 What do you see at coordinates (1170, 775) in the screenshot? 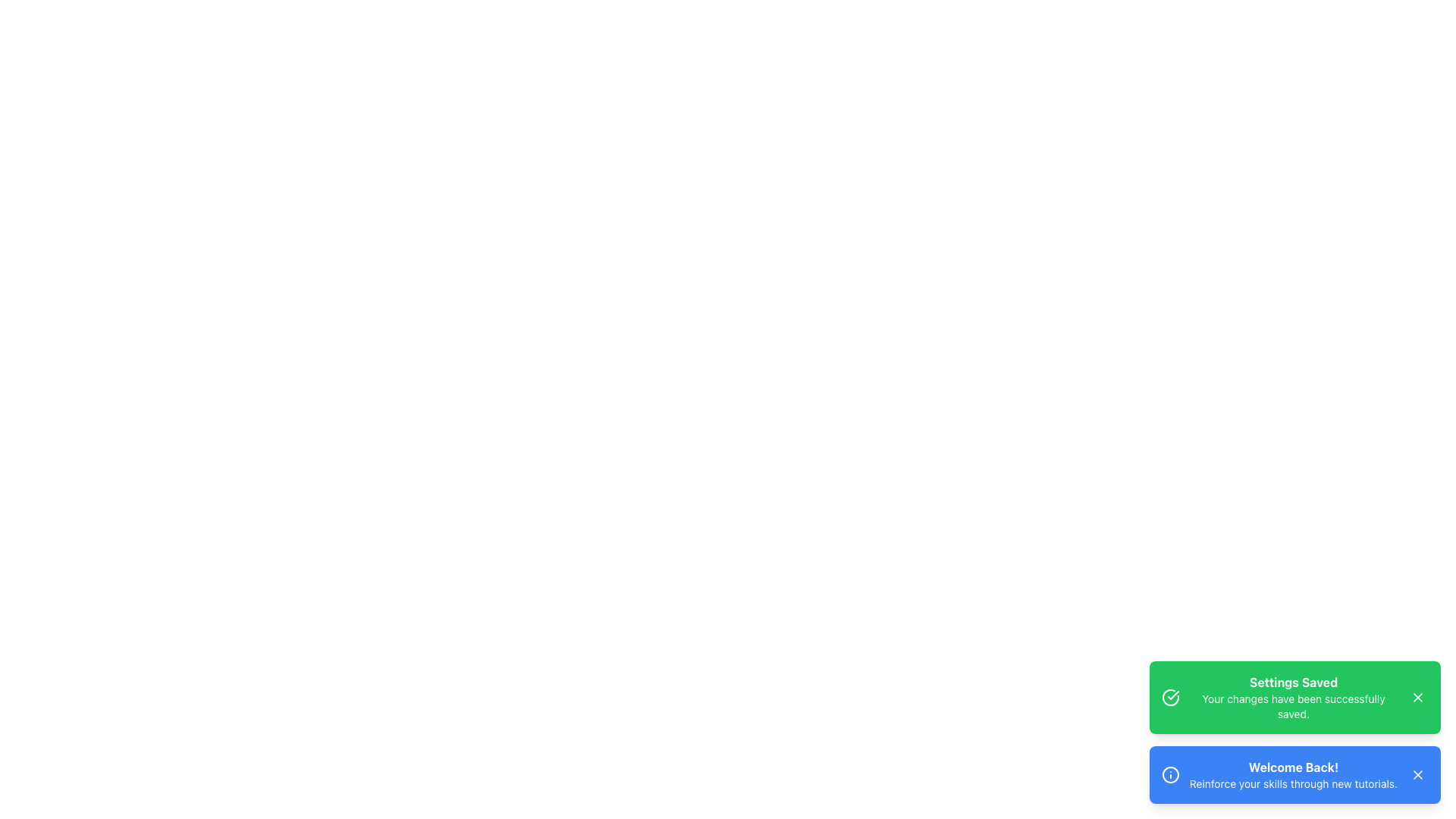
I see `the circular information icon styled in white against a blue background, located on the left side of the card with the text 'Welcome Back! Reinforce your skills through new tutorials.'` at bounding box center [1170, 775].